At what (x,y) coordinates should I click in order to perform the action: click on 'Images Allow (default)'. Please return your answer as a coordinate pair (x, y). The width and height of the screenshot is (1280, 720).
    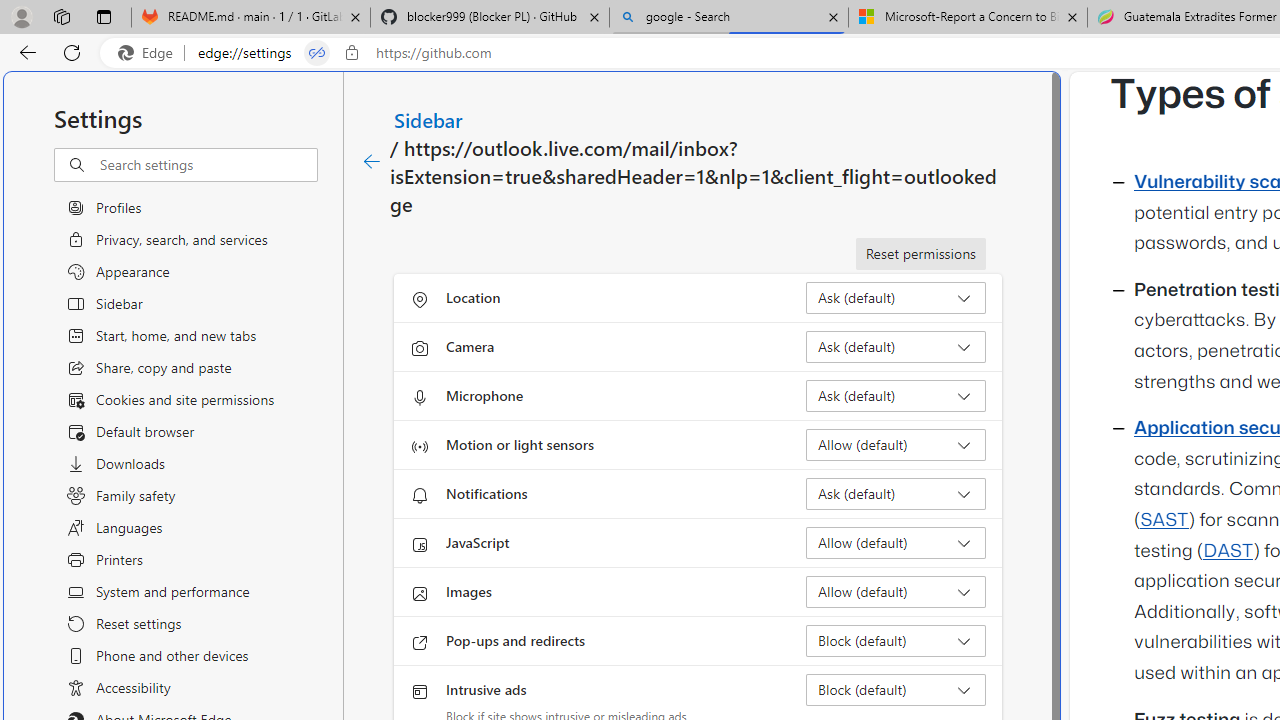
    Looking at the image, I should click on (895, 590).